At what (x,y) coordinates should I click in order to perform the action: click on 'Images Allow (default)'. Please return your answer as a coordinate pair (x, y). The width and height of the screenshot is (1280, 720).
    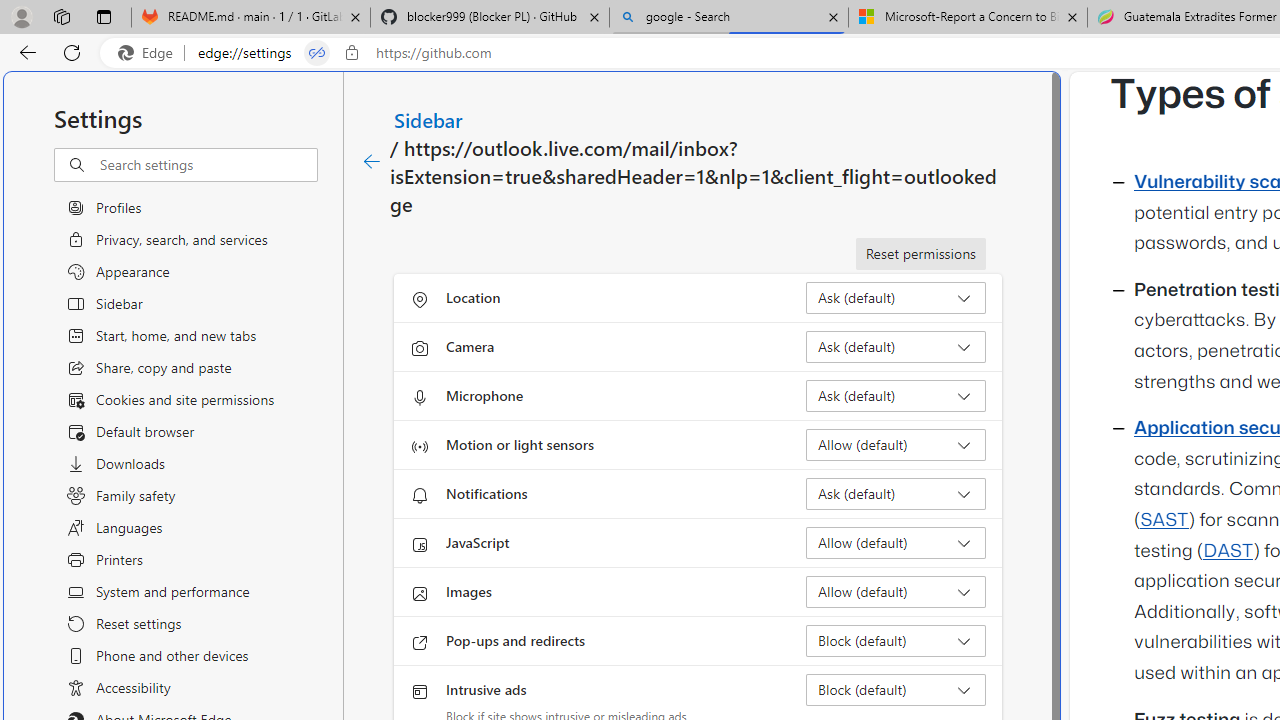
    Looking at the image, I should click on (895, 590).